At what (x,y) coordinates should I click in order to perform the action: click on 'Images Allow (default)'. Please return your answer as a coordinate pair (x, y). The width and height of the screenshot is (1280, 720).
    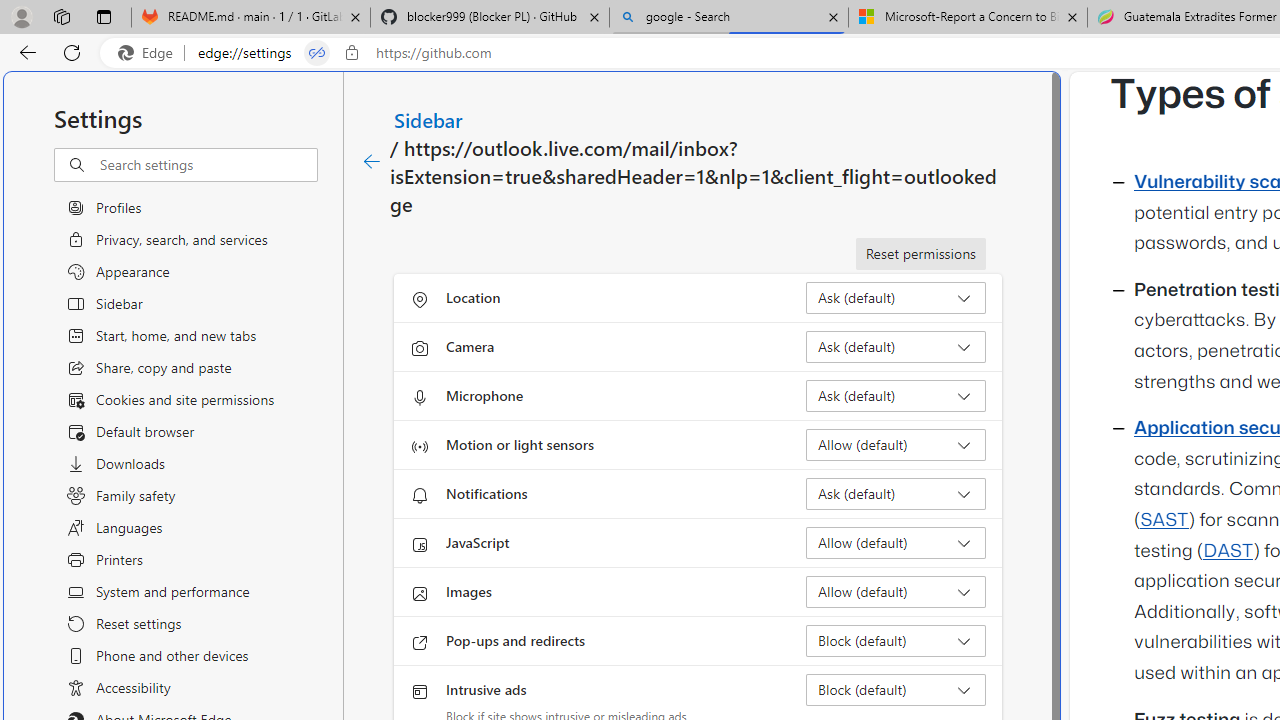
    Looking at the image, I should click on (895, 590).